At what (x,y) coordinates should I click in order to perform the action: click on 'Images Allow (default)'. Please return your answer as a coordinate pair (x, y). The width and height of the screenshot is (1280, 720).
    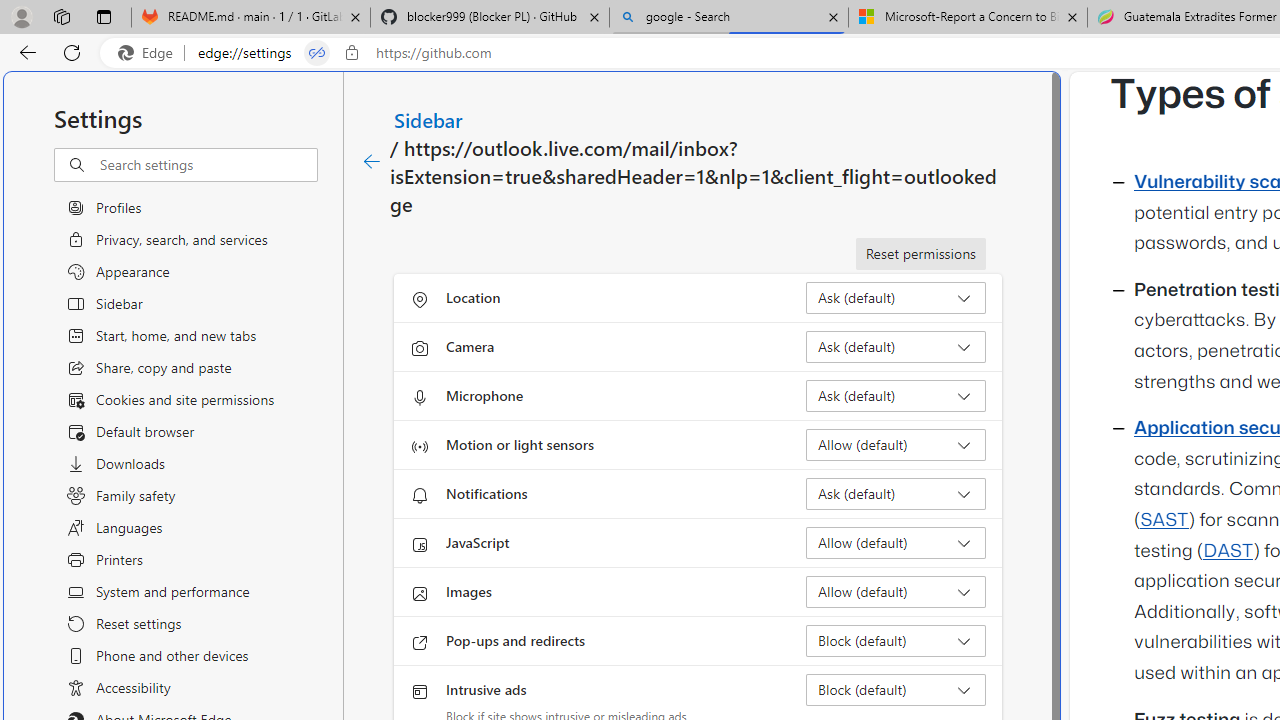
    Looking at the image, I should click on (895, 590).